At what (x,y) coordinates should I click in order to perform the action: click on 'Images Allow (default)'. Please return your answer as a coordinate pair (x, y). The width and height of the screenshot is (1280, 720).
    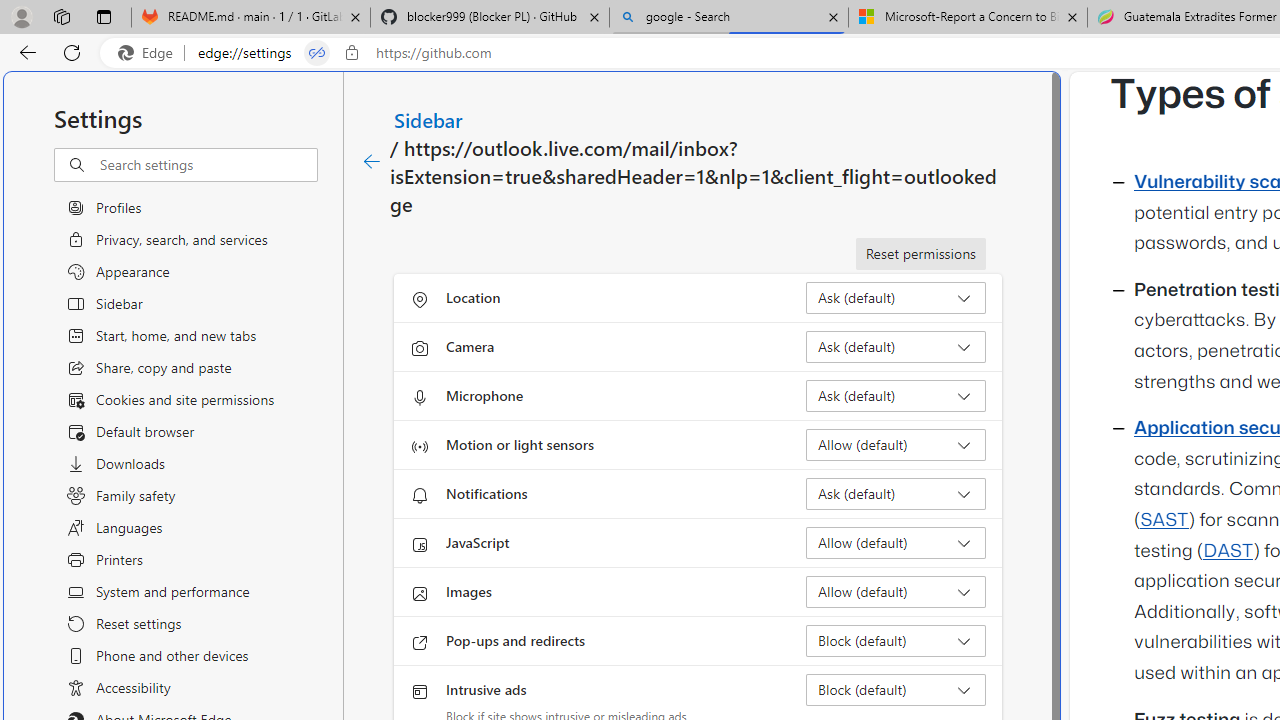
    Looking at the image, I should click on (895, 590).